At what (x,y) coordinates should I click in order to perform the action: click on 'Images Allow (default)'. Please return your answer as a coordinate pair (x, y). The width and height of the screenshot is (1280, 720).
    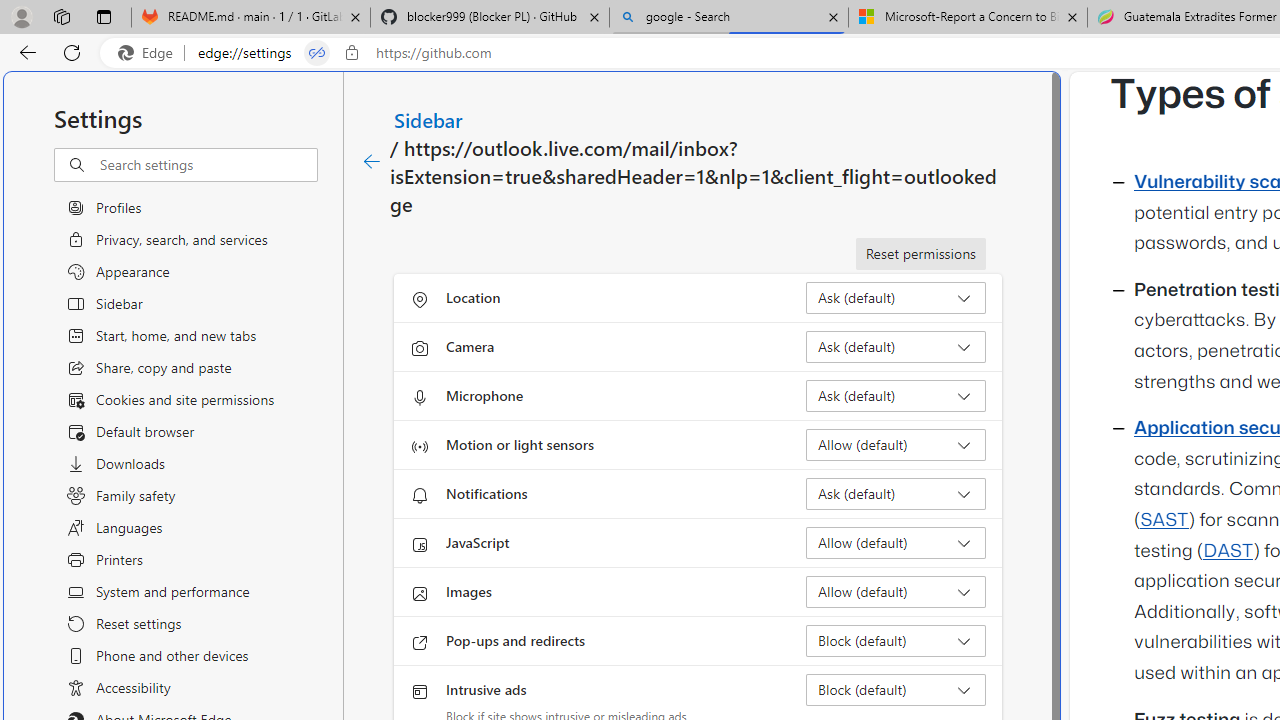
    Looking at the image, I should click on (895, 590).